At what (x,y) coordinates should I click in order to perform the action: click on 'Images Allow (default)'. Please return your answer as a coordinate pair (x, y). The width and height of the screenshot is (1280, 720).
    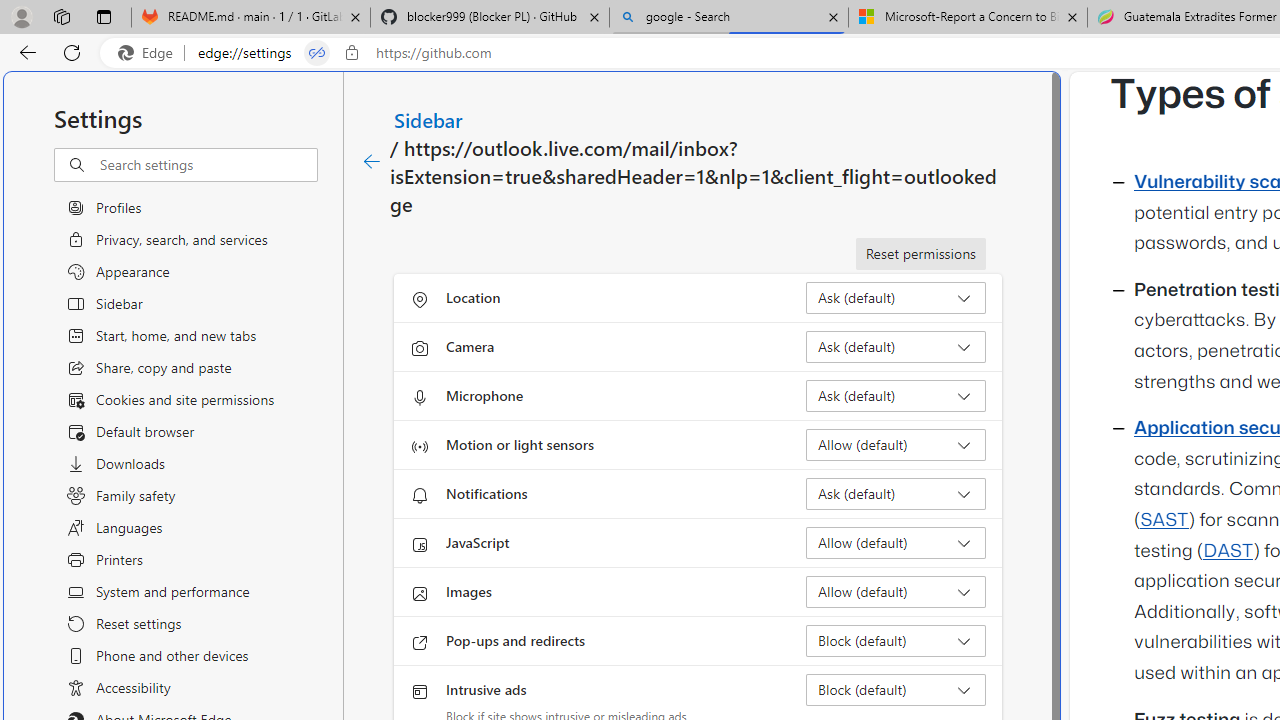
    Looking at the image, I should click on (895, 590).